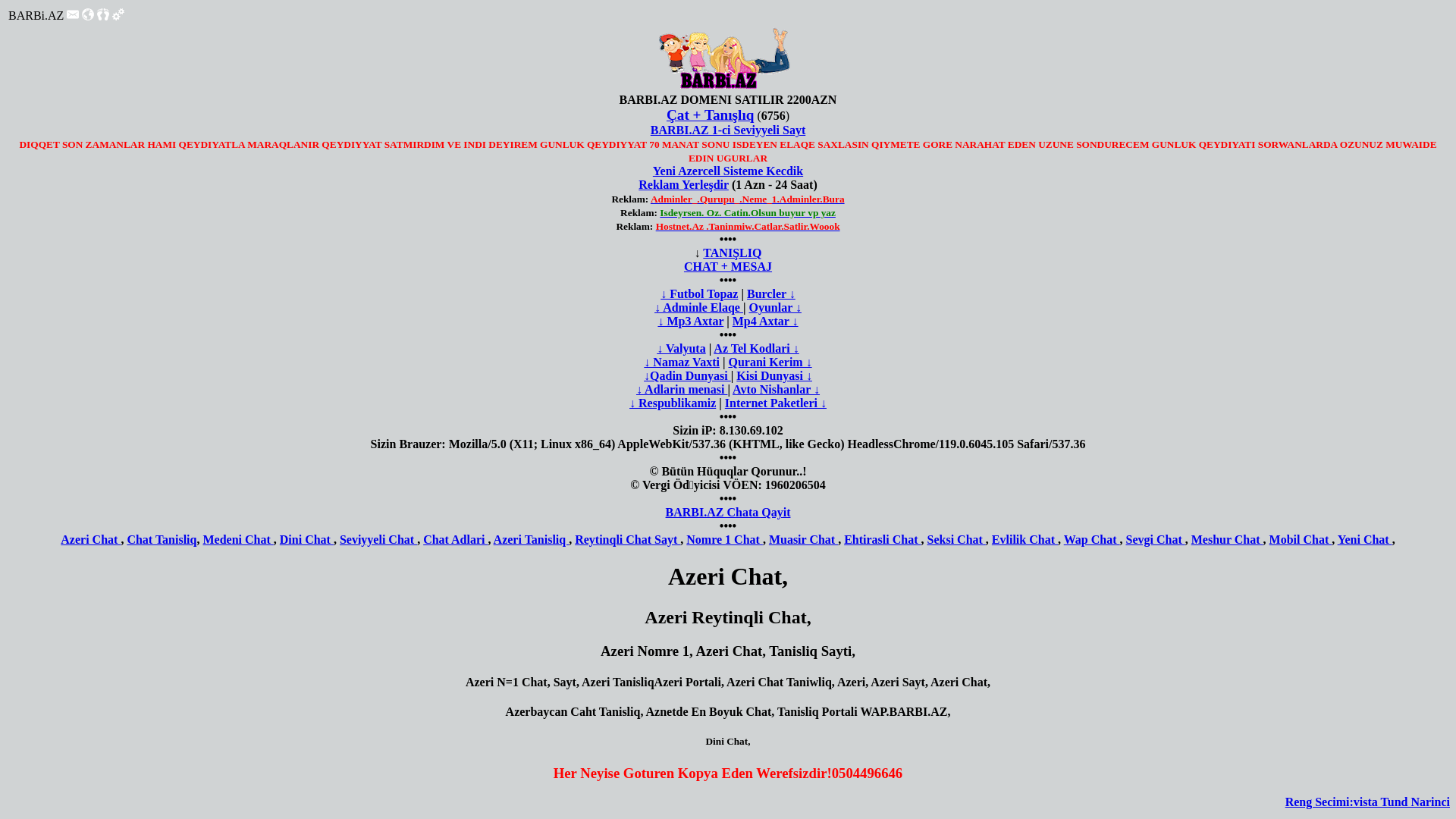 The image size is (1456, 819). I want to click on 'Ehtirasli Chat', so click(882, 538).